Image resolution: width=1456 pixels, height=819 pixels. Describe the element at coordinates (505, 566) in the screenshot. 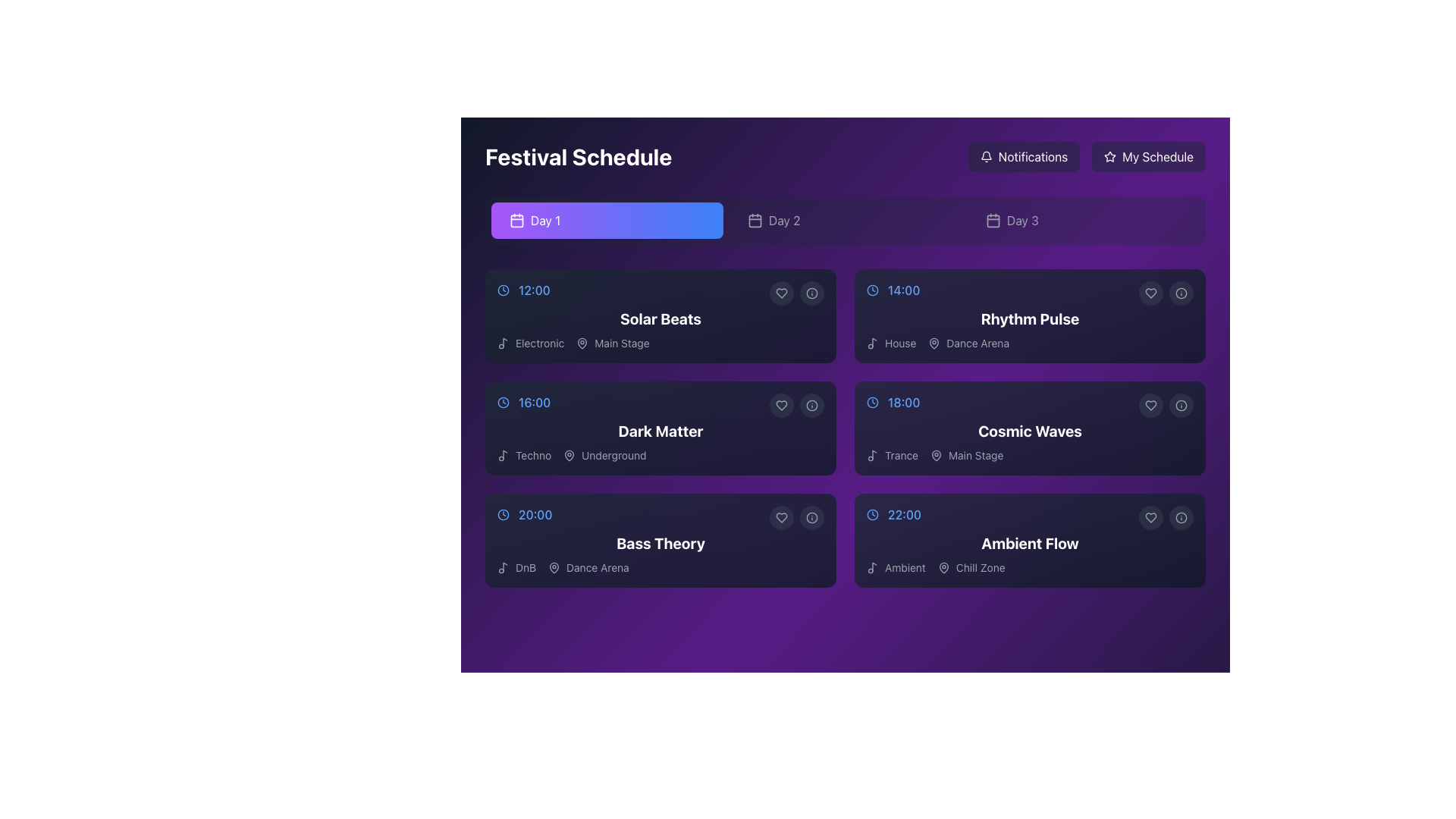

I see `the stylized musical note graphic element within the SVG music icon located to the left of the 'DnB' text in the '20:00 Bass Theory' section` at that location.